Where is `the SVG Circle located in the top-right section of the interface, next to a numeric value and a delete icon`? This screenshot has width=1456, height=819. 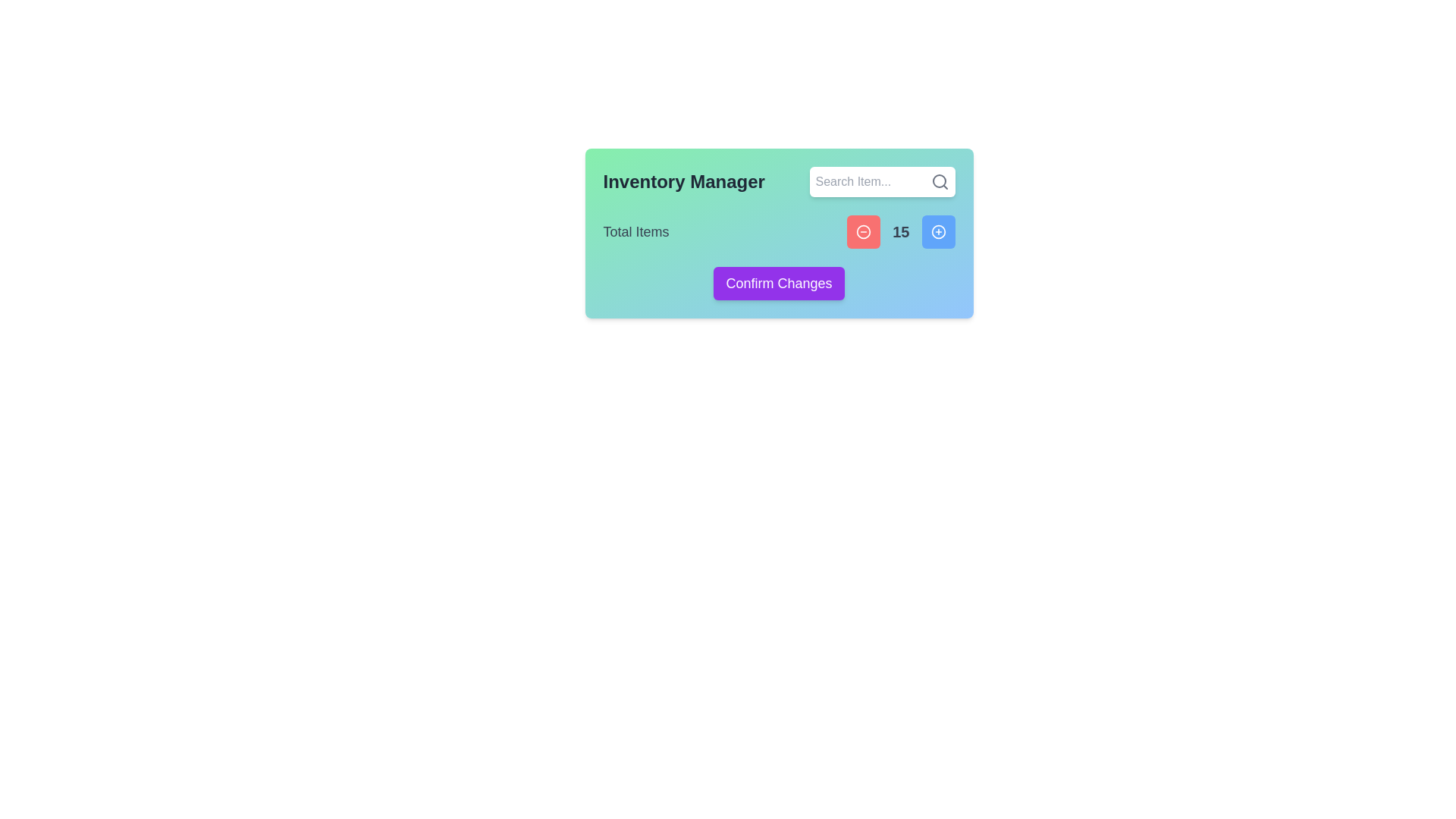
the SVG Circle located in the top-right section of the interface, next to a numeric value and a delete icon is located at coordinates (937, 231).